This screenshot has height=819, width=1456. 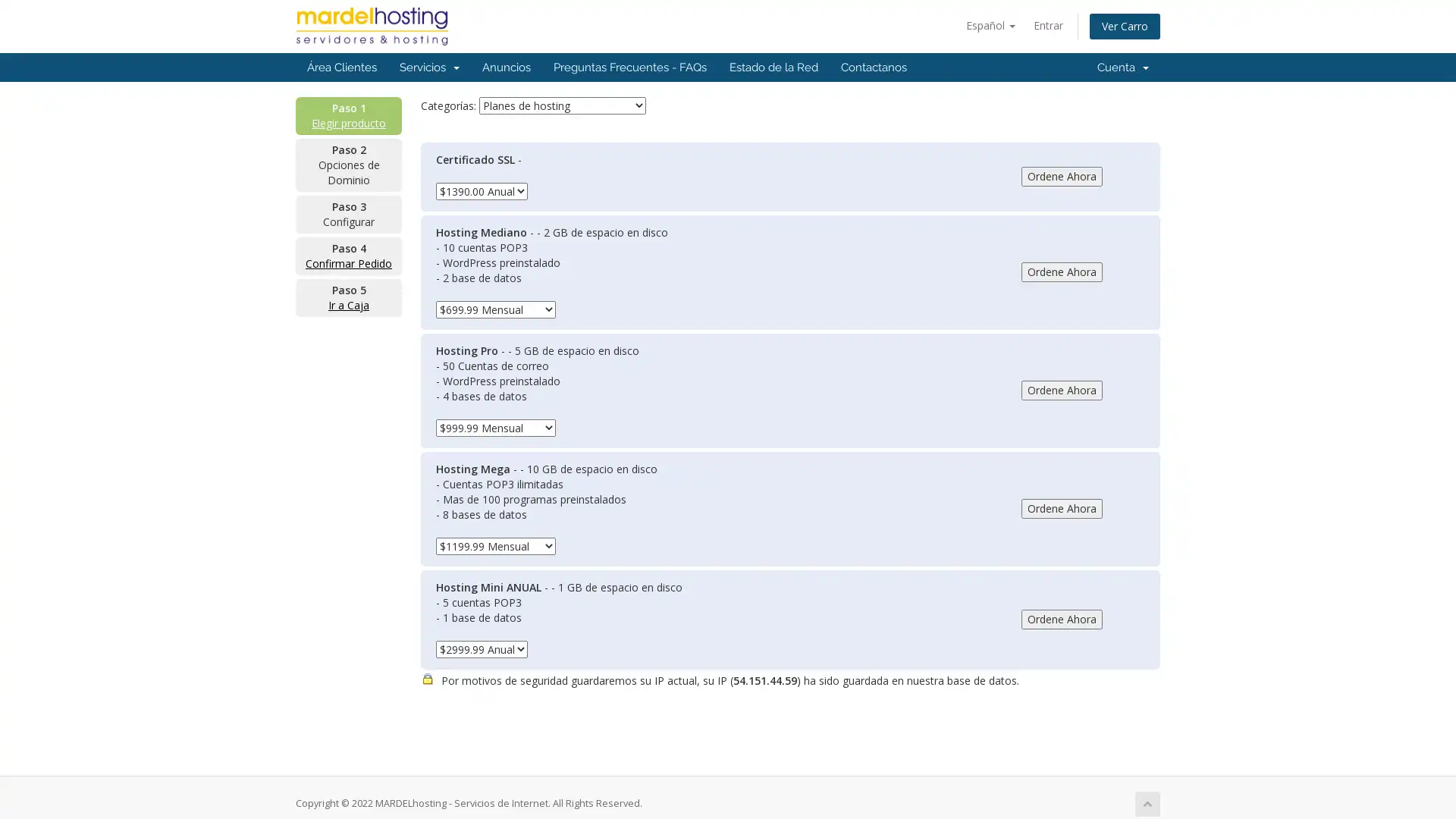 I want to click on Ordene Ahora, so click(x=1061, y=619).